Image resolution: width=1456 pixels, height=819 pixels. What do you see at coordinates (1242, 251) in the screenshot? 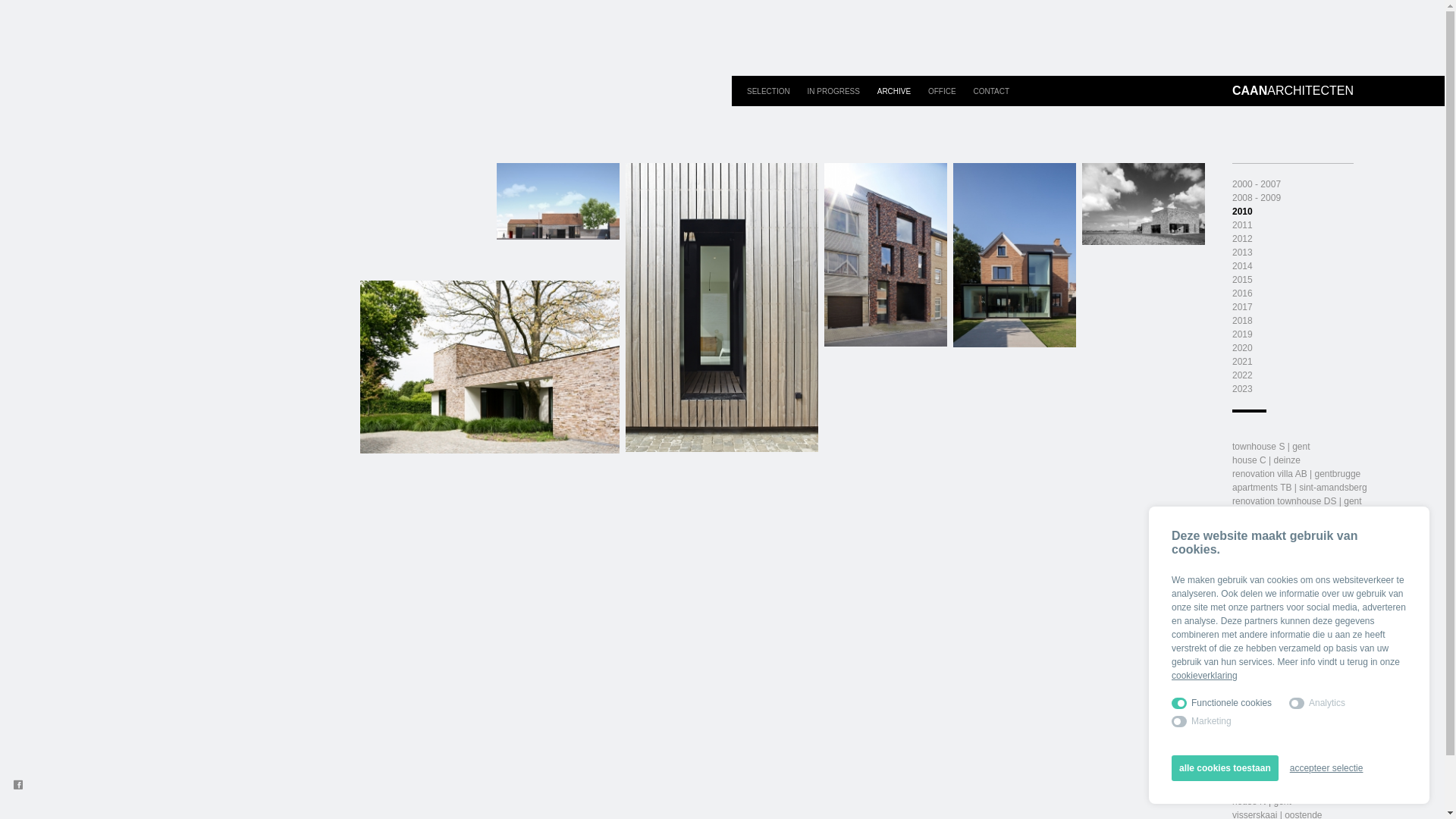
I see `'2013'` at bounding box center [1242, 251].